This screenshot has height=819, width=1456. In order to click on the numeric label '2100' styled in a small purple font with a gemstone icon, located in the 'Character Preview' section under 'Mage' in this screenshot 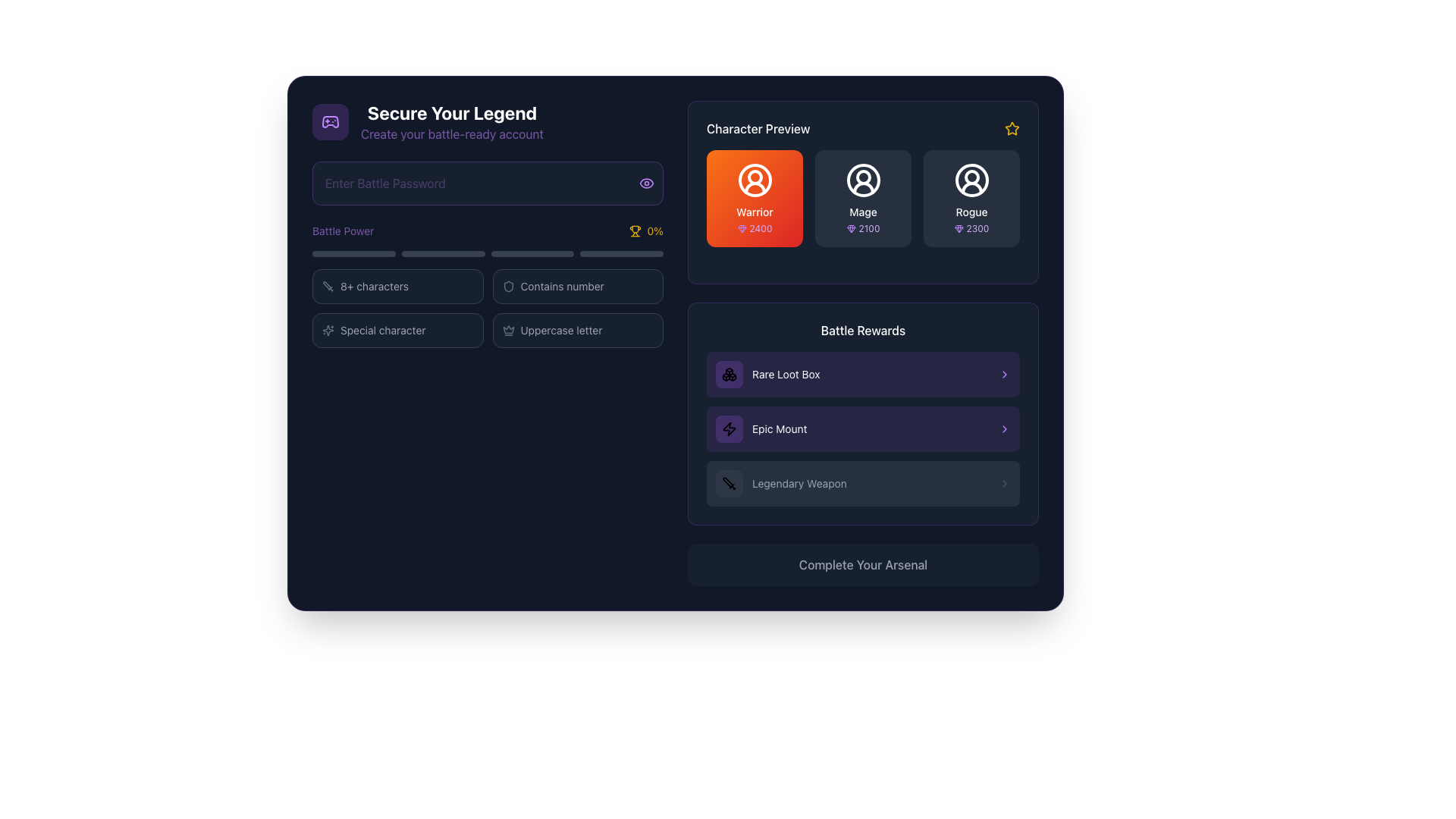, I will do `click(863, 228)`.